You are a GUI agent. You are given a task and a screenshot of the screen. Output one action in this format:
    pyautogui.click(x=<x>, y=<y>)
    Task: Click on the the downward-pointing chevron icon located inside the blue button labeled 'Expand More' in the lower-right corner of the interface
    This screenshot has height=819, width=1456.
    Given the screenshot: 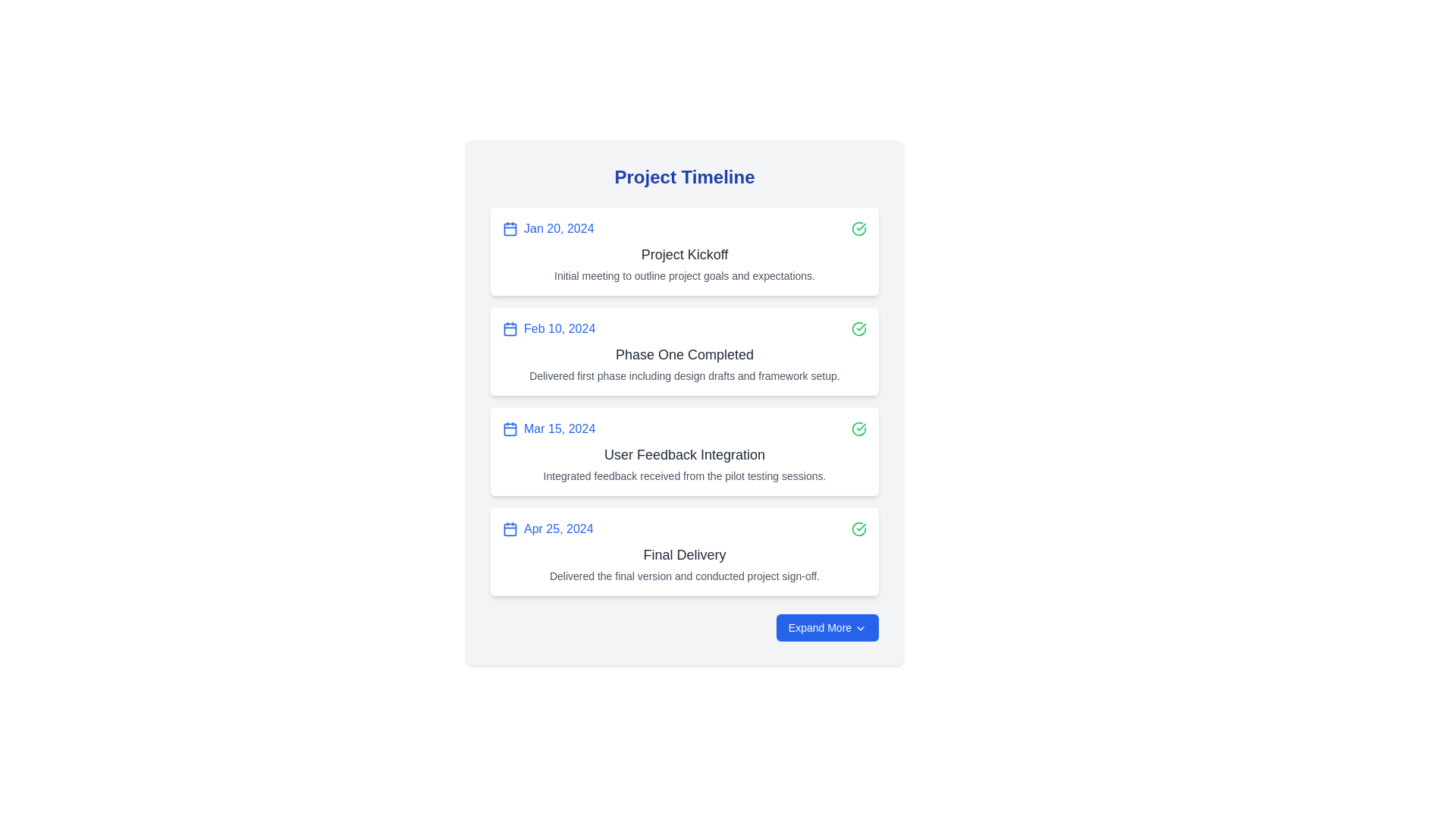 What is the action you would take?
    pyautogui.click(x=860, y=629)
    